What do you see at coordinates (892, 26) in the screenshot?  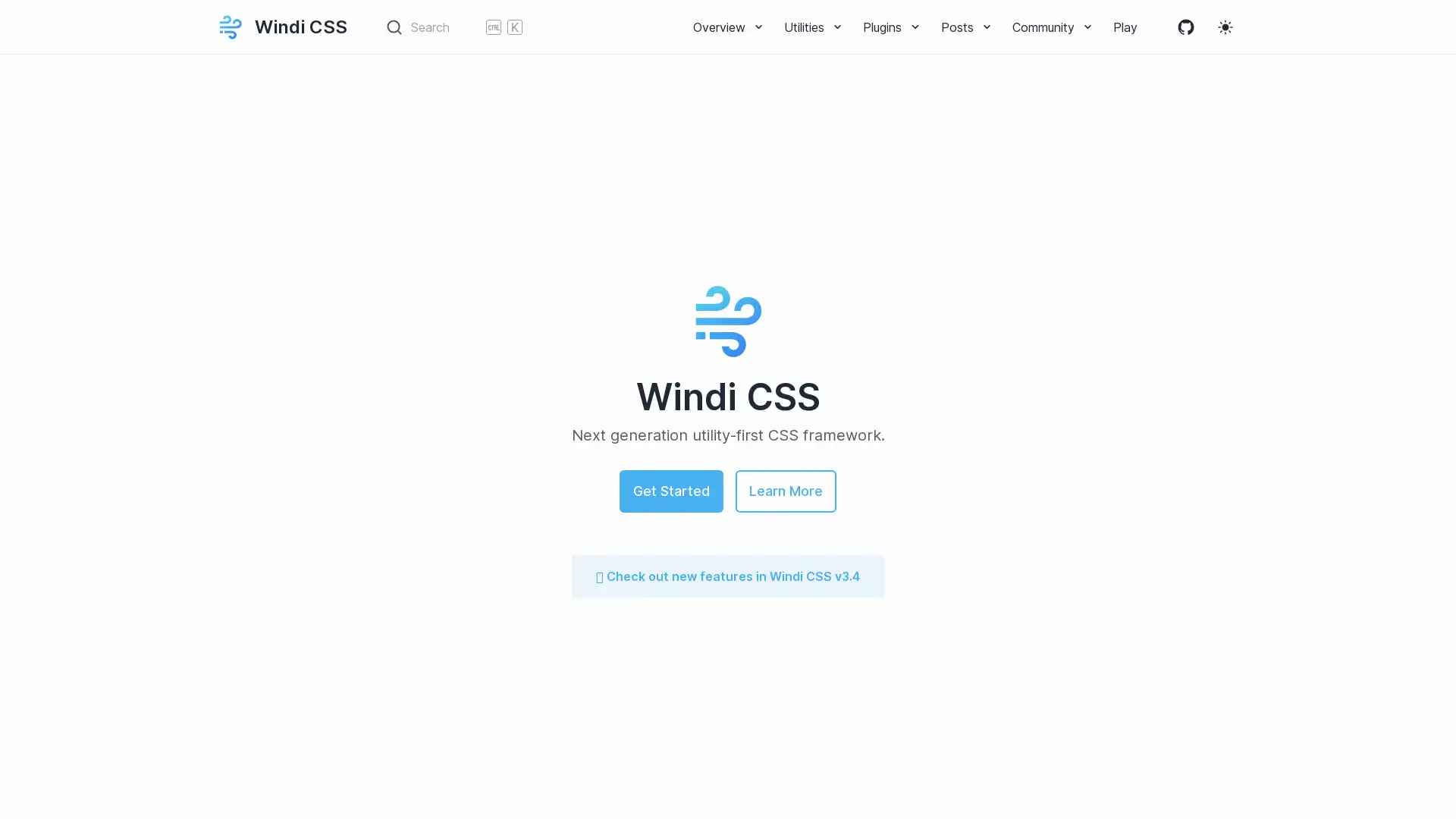 I see `Plugins` at bounding box center [892, 26].